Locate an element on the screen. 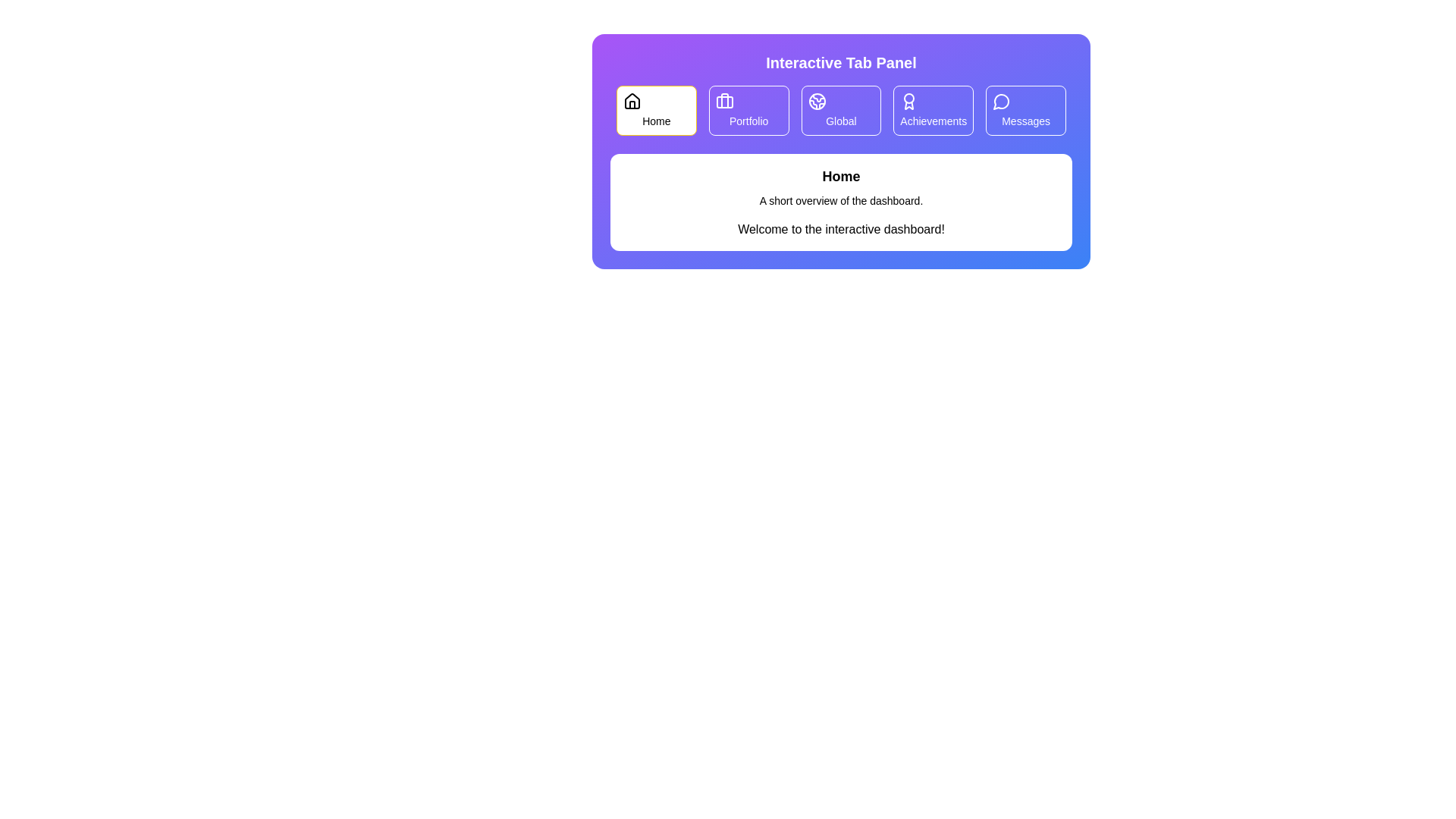 The width and height of the screenshot is (1456, 819). the 'Global' icon in the navigation tab is located at coordinates (816, 102).